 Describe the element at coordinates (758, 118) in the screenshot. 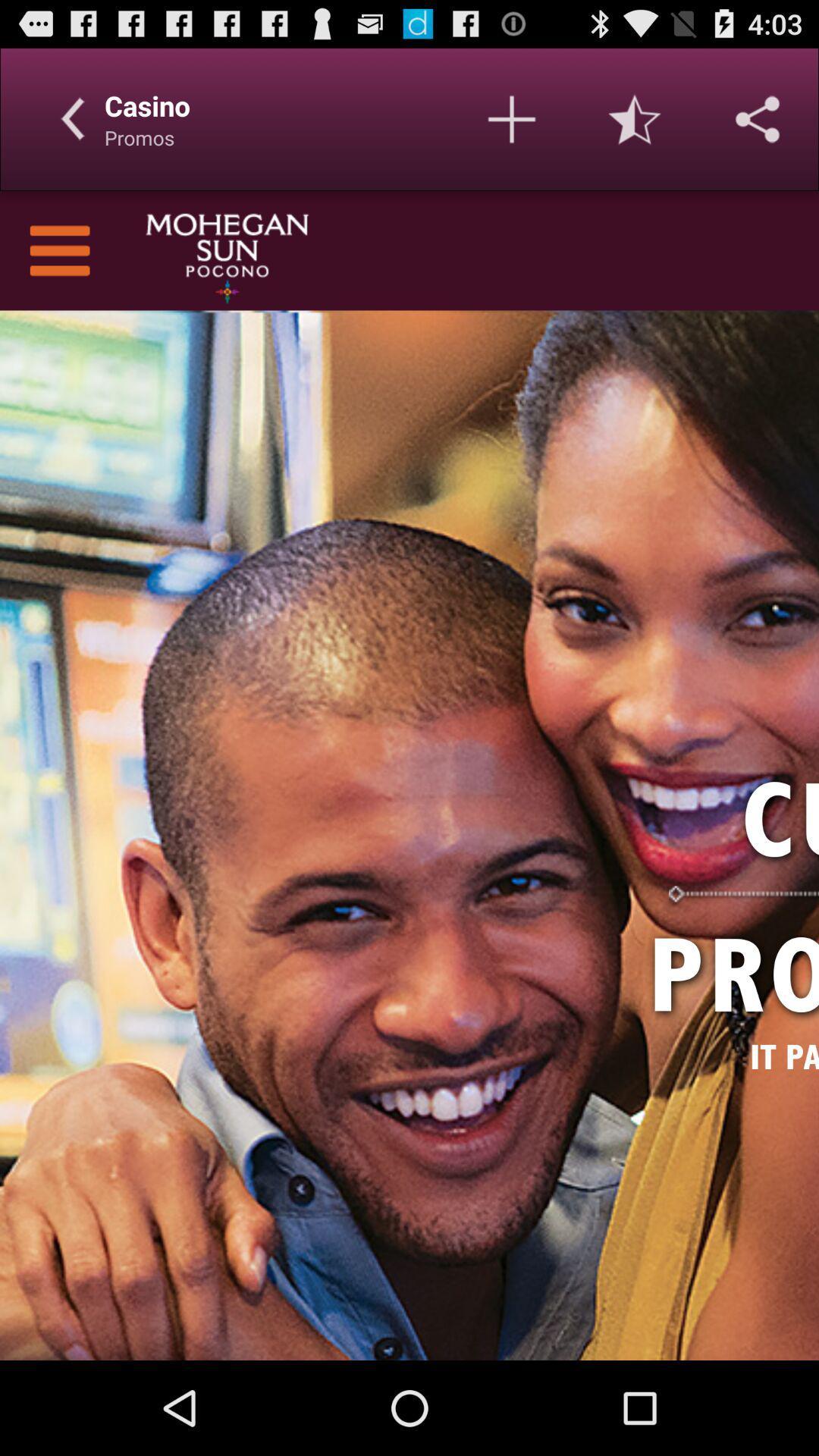

I see `share link` at that location.